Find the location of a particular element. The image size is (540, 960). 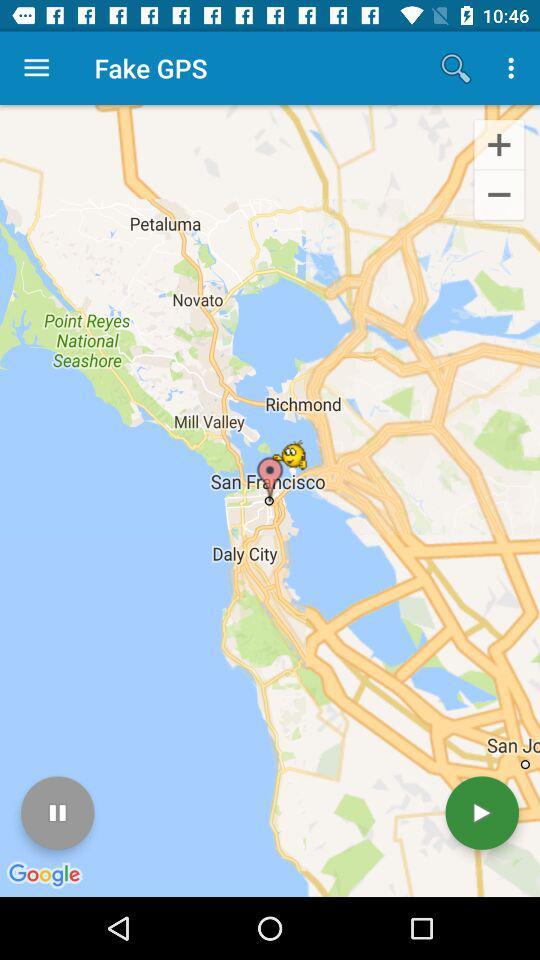

the icon to the right of fake gps icon is located at coordinates (455, 68).